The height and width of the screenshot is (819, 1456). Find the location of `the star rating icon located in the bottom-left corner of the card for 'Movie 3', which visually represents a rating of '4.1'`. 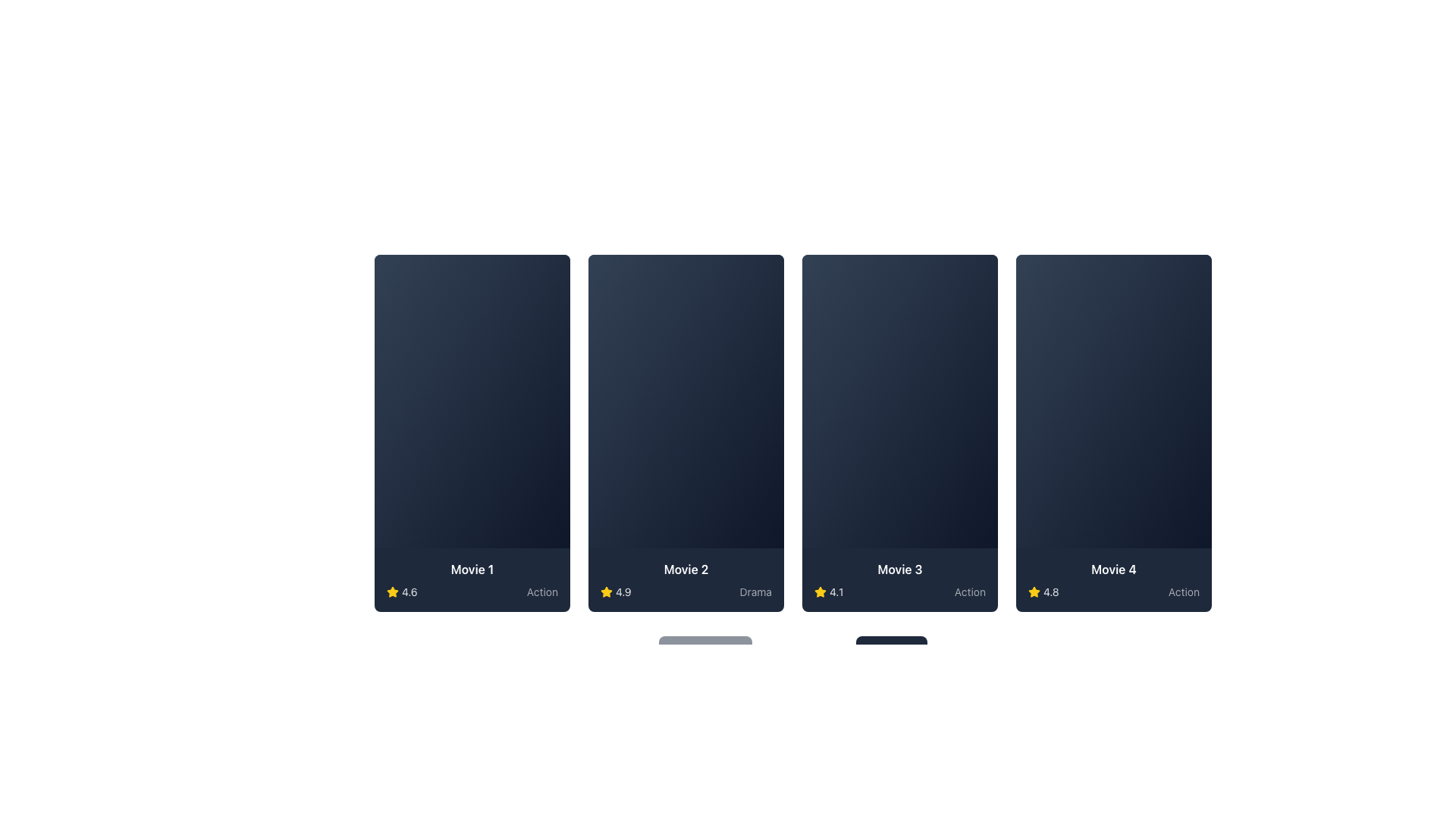

the star rating icon located in the bottom-left corner of the card for 'Movie 3', which visually represents a rating of '4.1' is located at coordinates (819, 591).